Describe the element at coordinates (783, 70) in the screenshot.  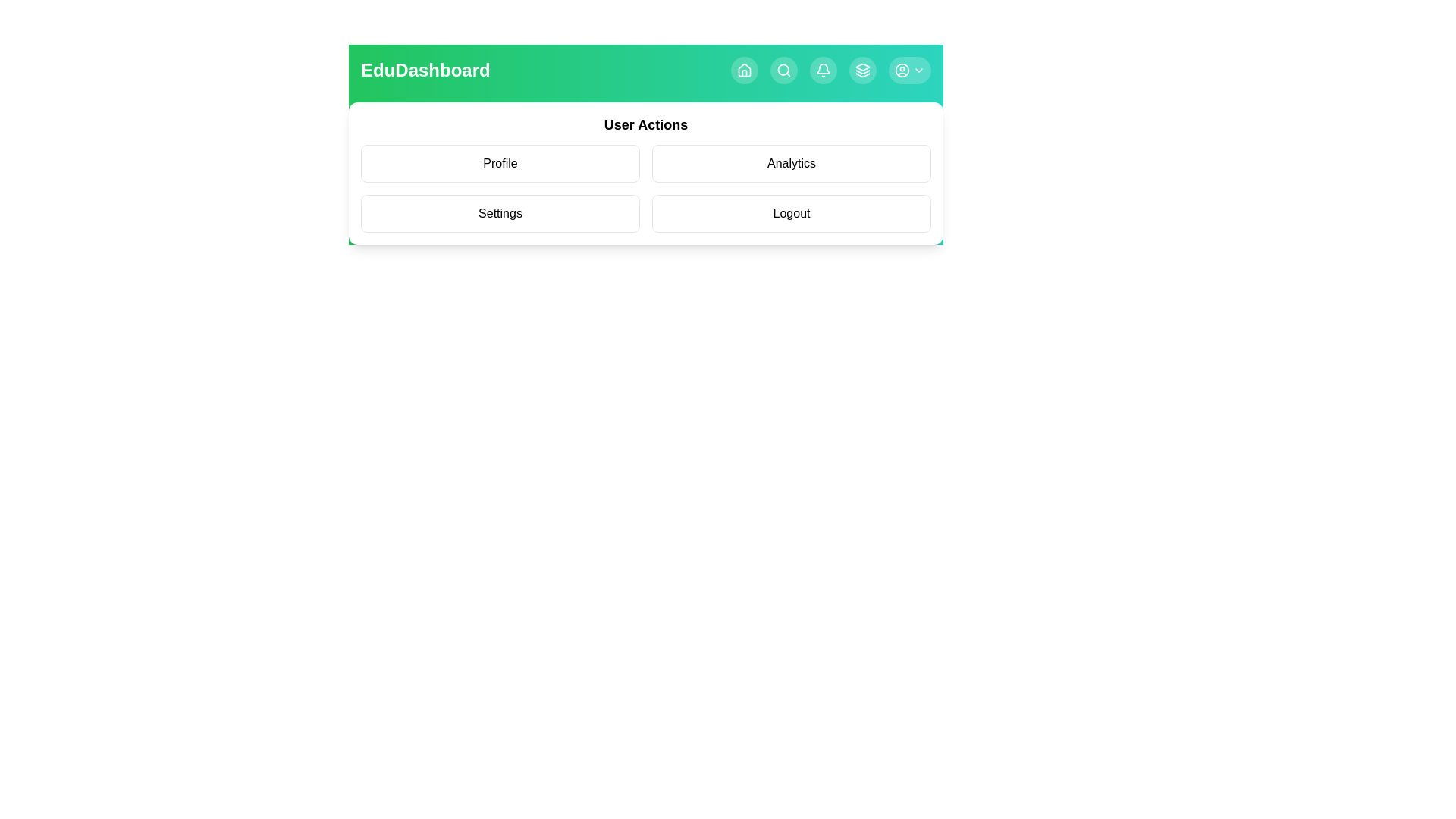
I see `the navigation button Search` at that location.